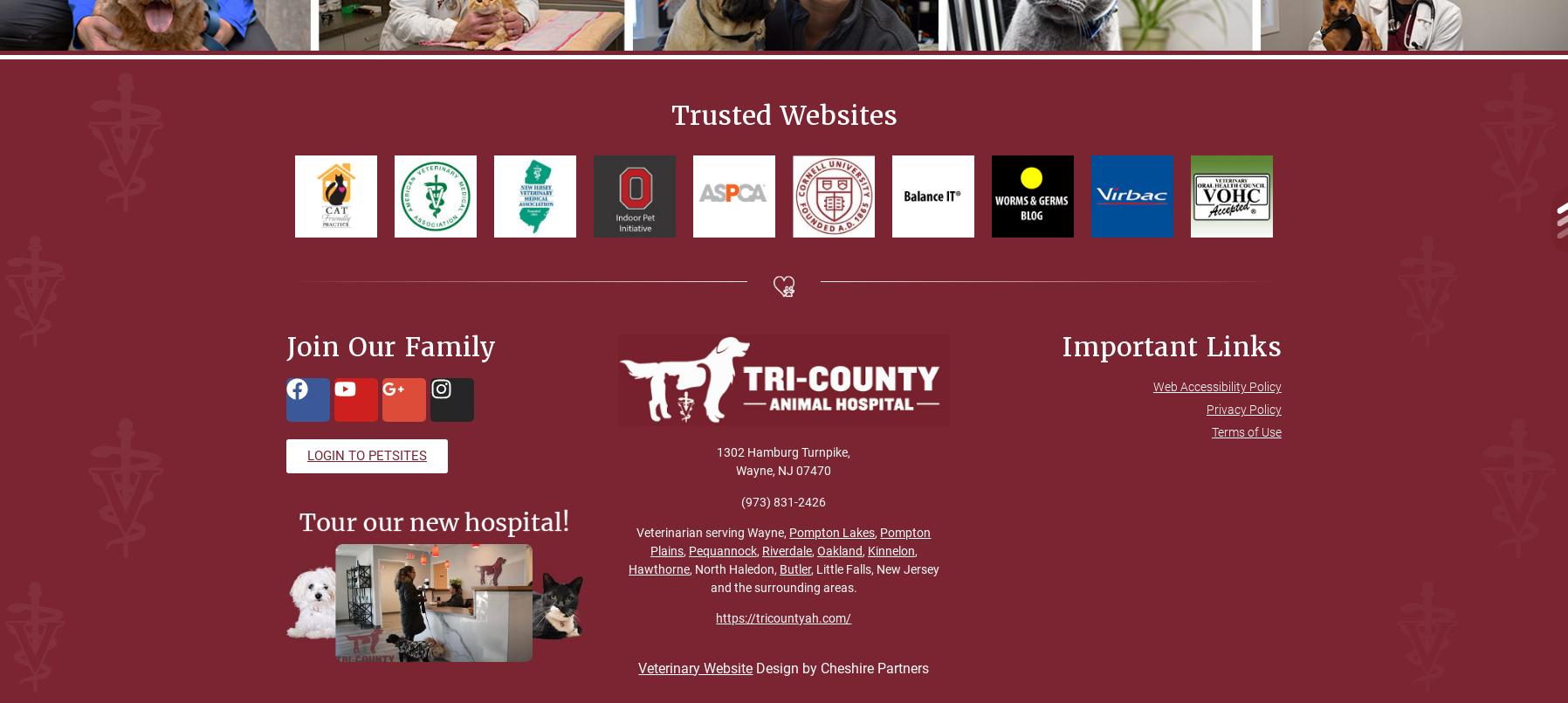 The height and width of the screenshot is (703, 1568). I want to click on 'Terms of Use', so click(1244, 431).